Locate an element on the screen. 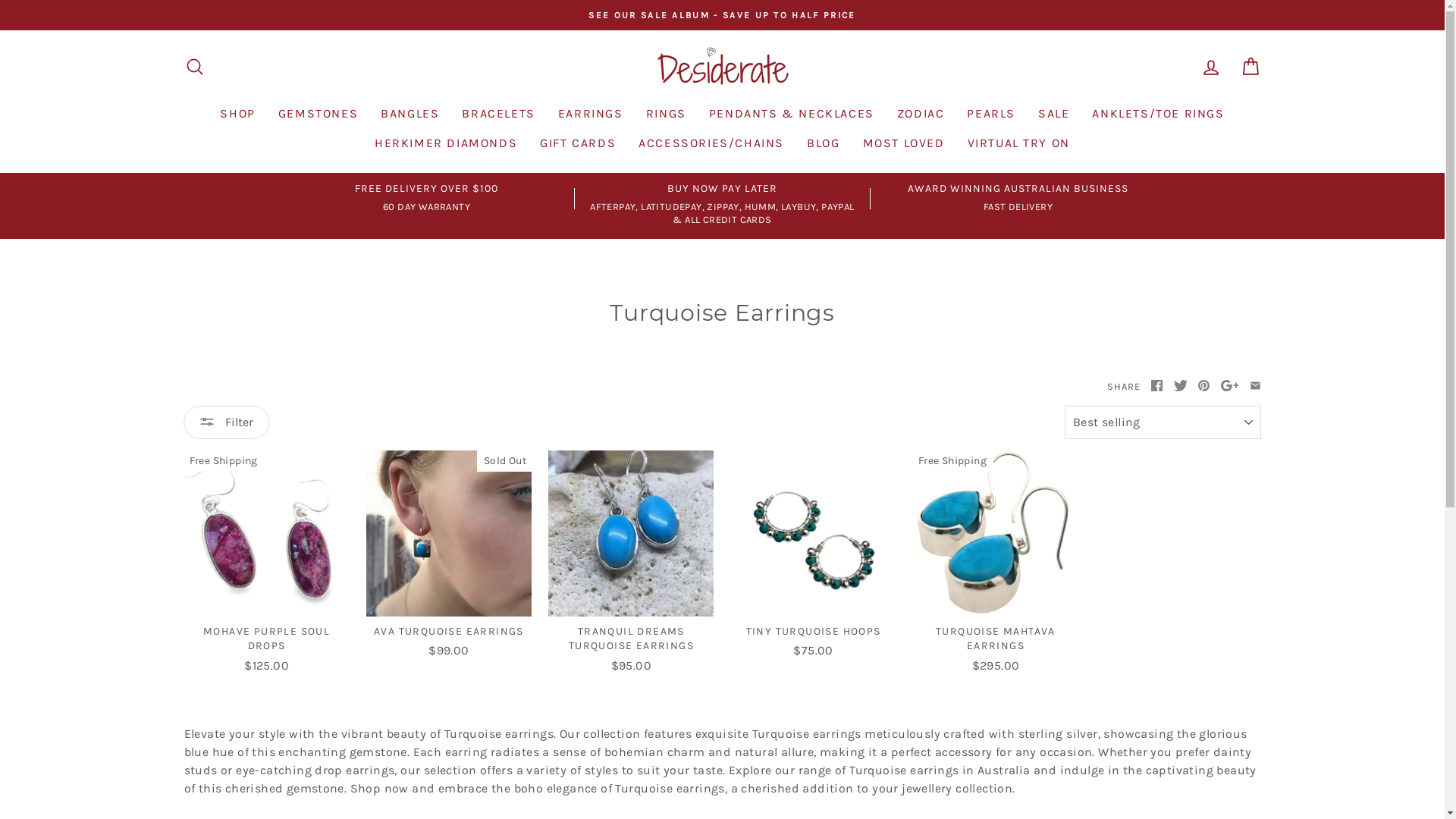 The height and width of the screenshot is (819, 1456). 'Skip to content' is located at coordinates (0, 0).